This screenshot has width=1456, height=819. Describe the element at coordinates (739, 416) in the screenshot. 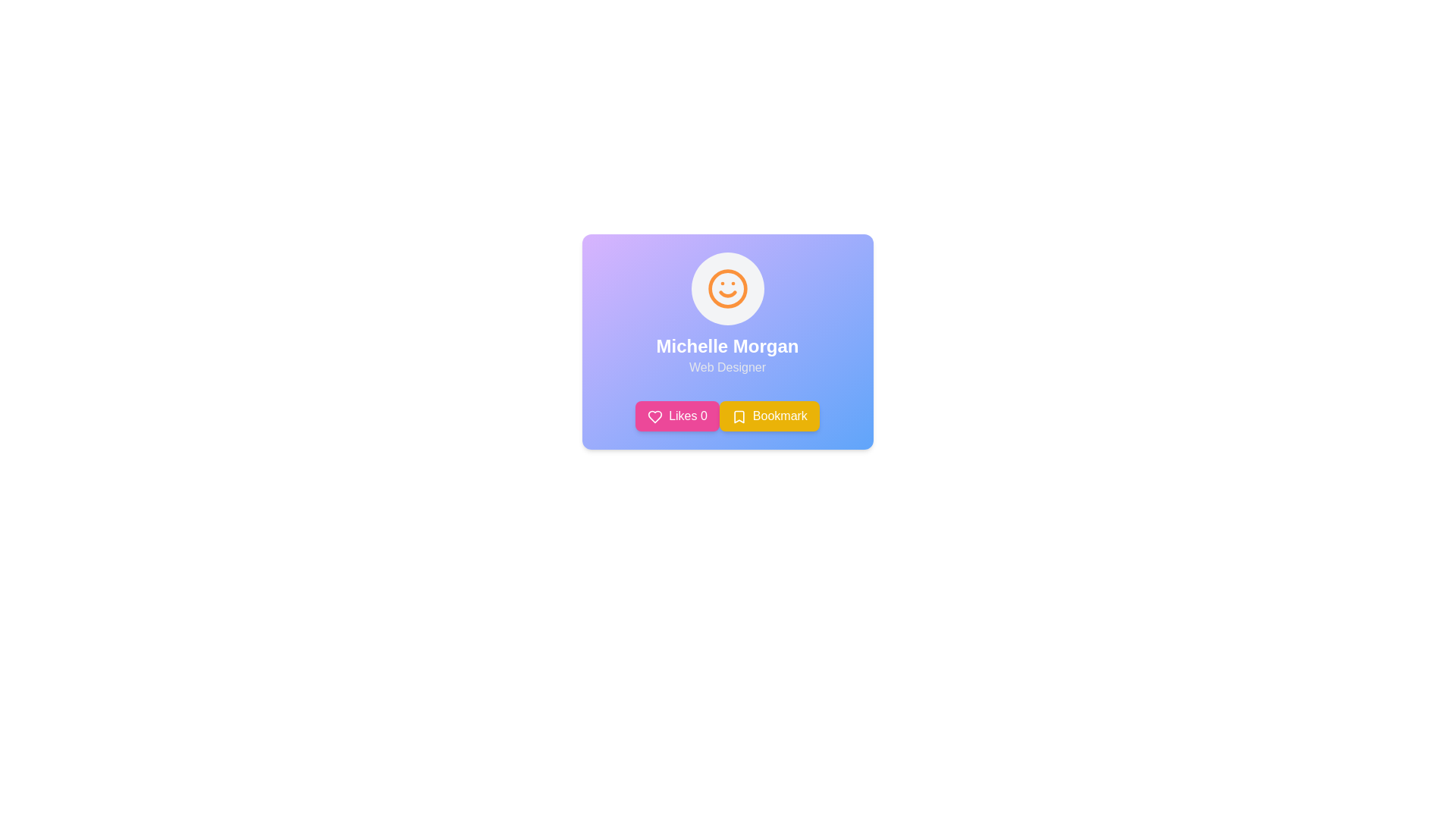

I see `the small bookmark icon, which is styled as a line drawing and located inside the yellow button labeled 'Bookmark'` at that location.